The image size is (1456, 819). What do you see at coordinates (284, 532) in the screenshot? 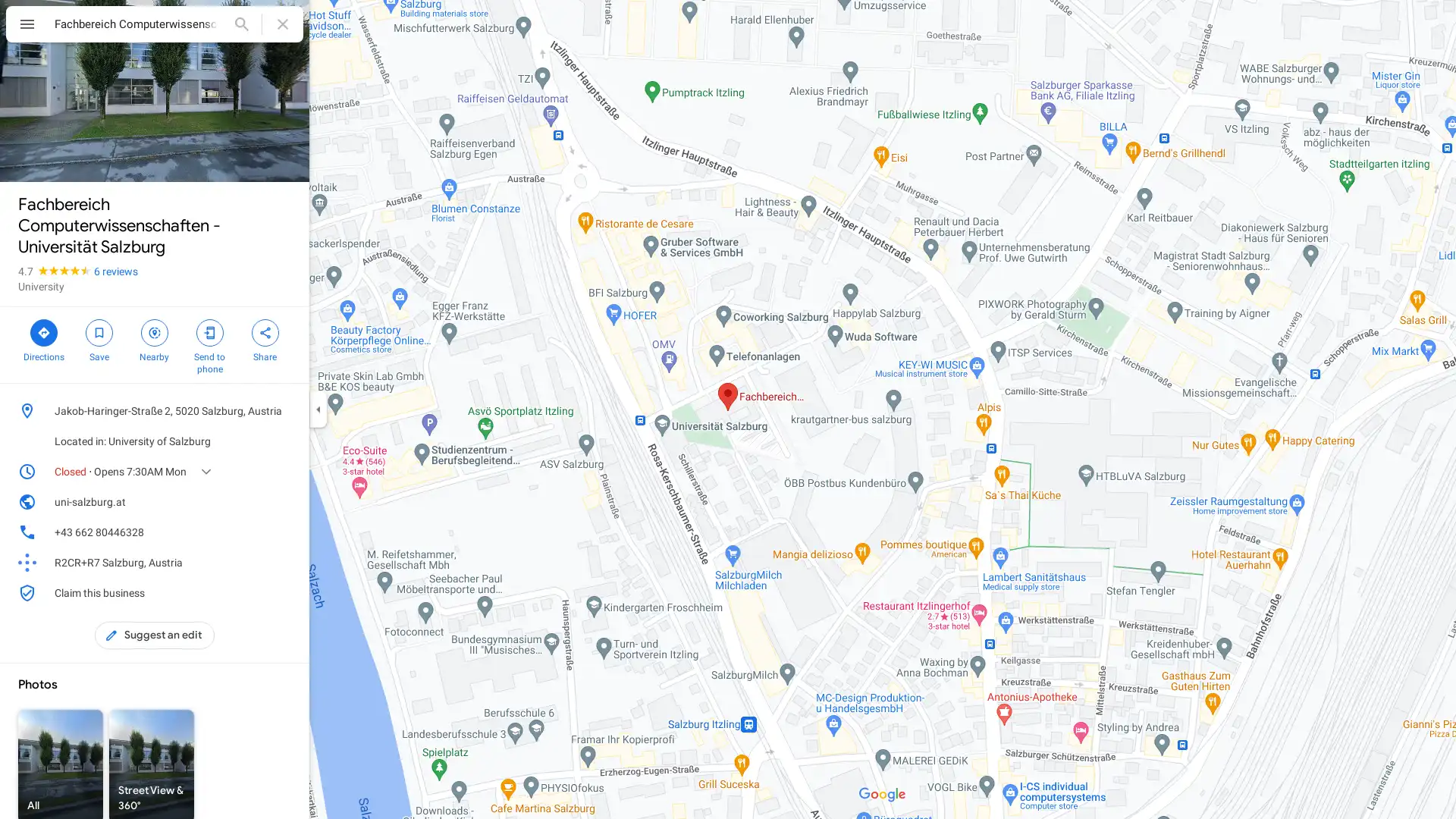
I see `Call phone number` at bounding box center [284, 532].